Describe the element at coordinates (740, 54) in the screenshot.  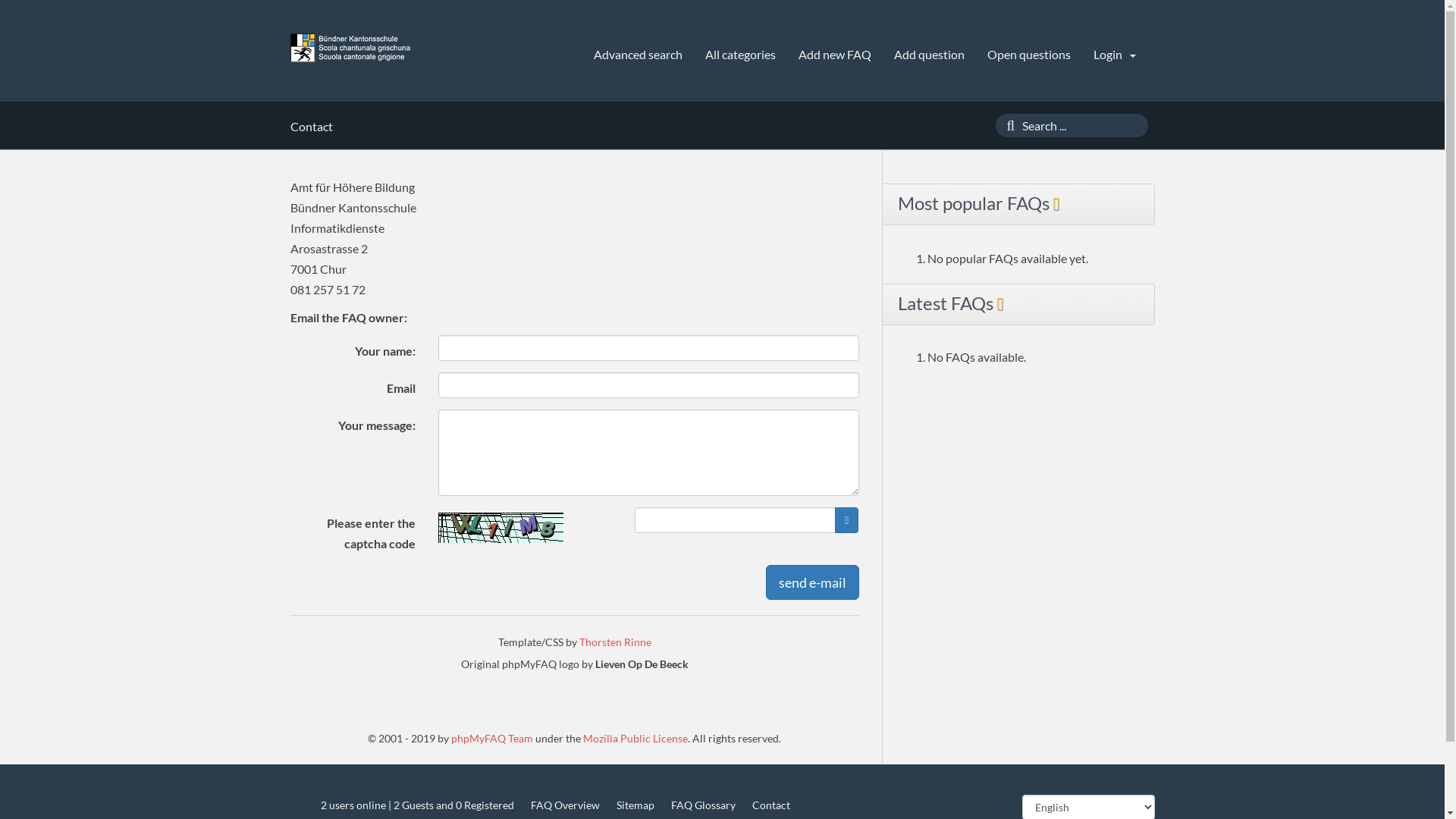
I see `'All categories'` at that location.